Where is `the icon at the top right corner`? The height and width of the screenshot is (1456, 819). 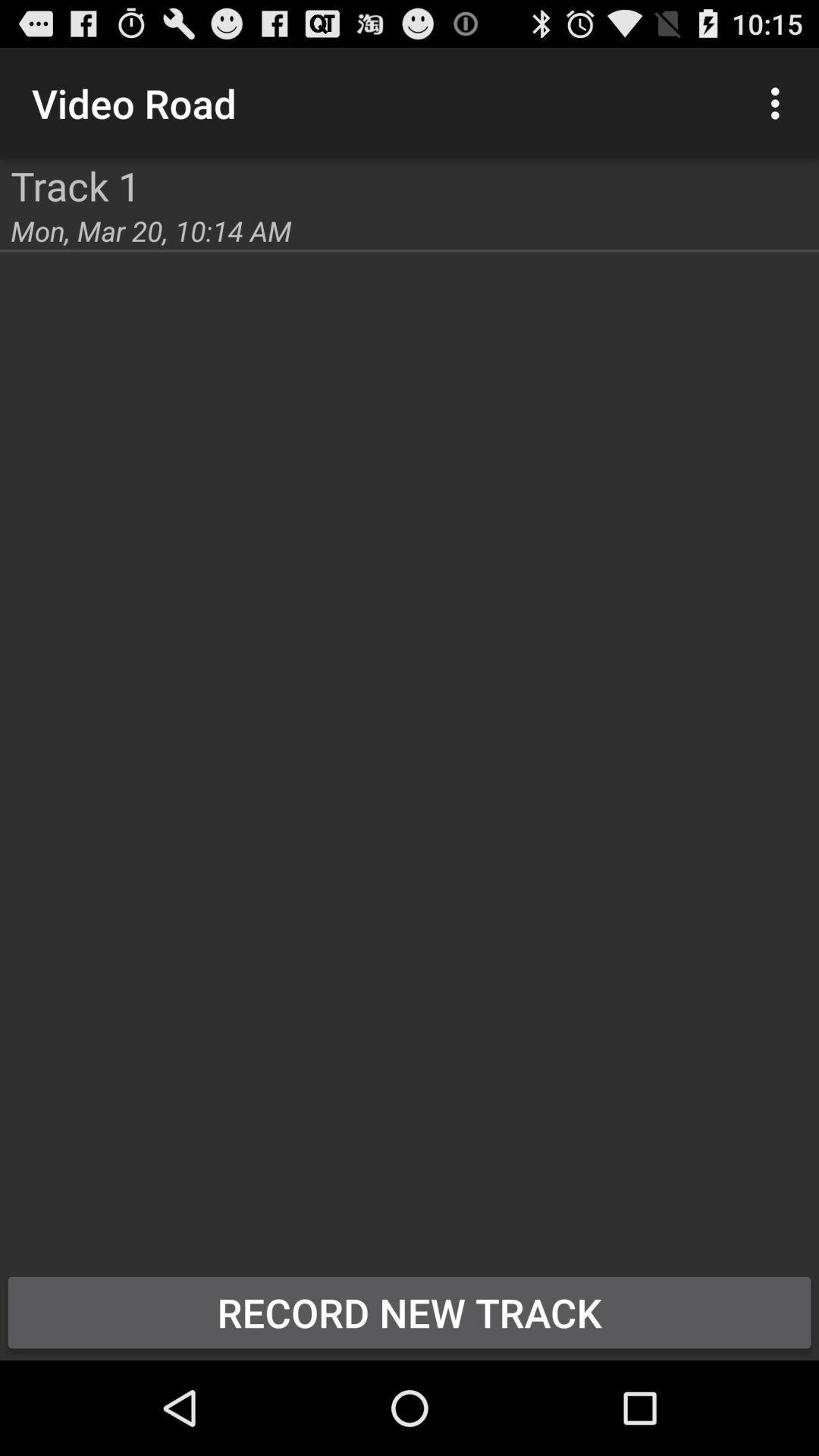
the icon at the top right corner is located at coordinates (779, 102).